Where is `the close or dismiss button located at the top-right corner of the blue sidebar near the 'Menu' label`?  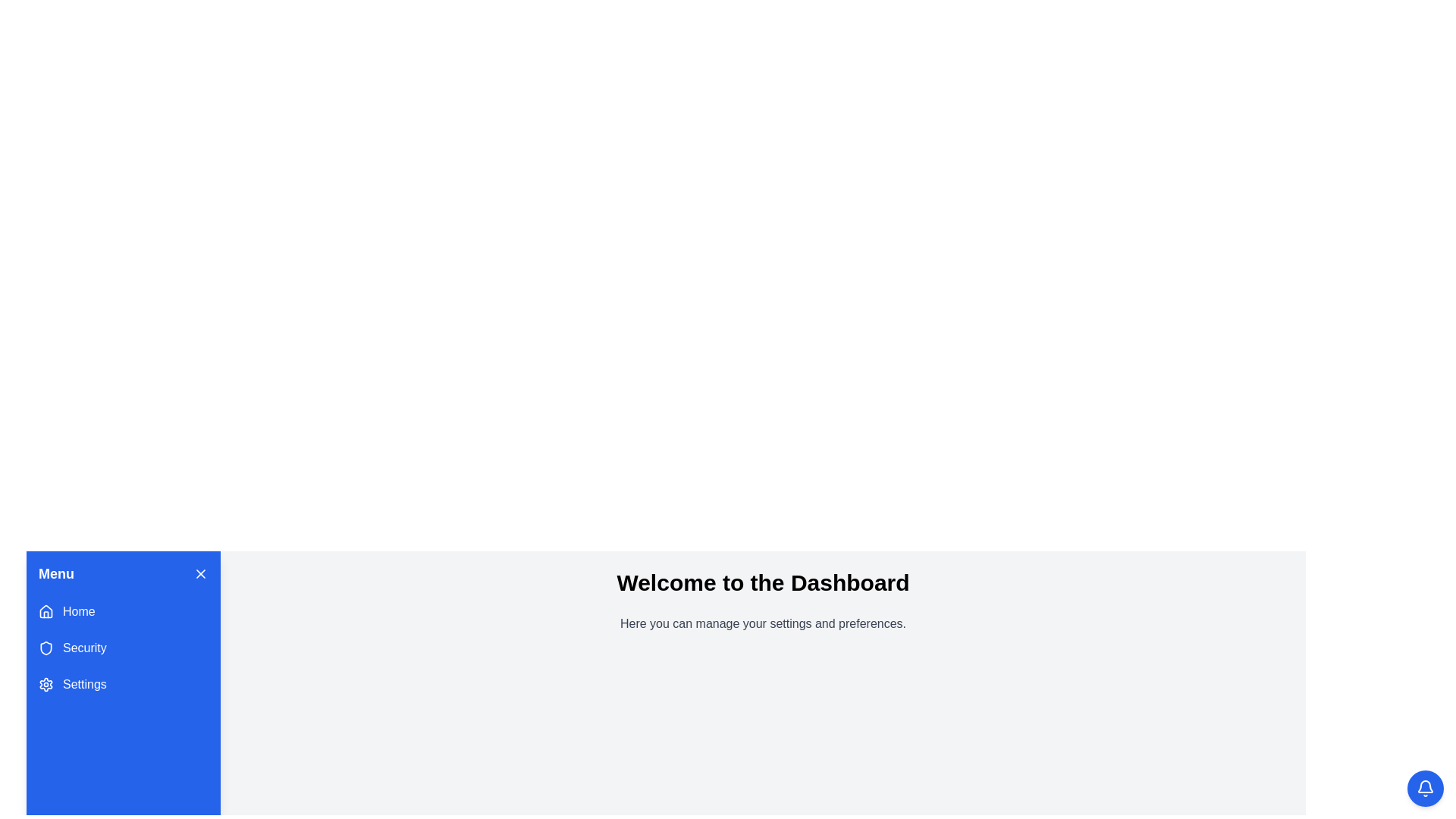
the close or dismiss button located at the top-right corner of the blue sidebar near the 'Menu' label is located at coordinates (199, 573).